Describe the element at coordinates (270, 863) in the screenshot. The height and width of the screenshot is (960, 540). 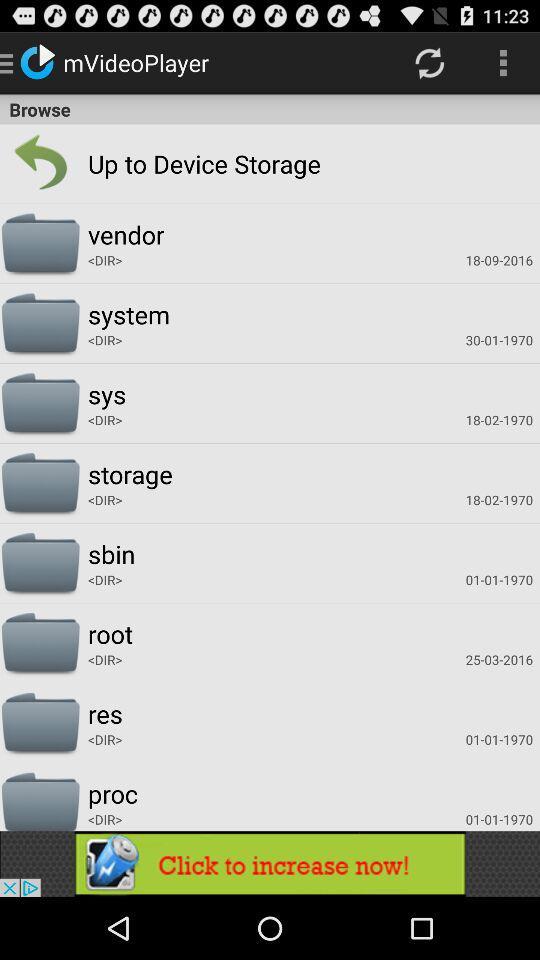
I see `item at the bottom` at that location.